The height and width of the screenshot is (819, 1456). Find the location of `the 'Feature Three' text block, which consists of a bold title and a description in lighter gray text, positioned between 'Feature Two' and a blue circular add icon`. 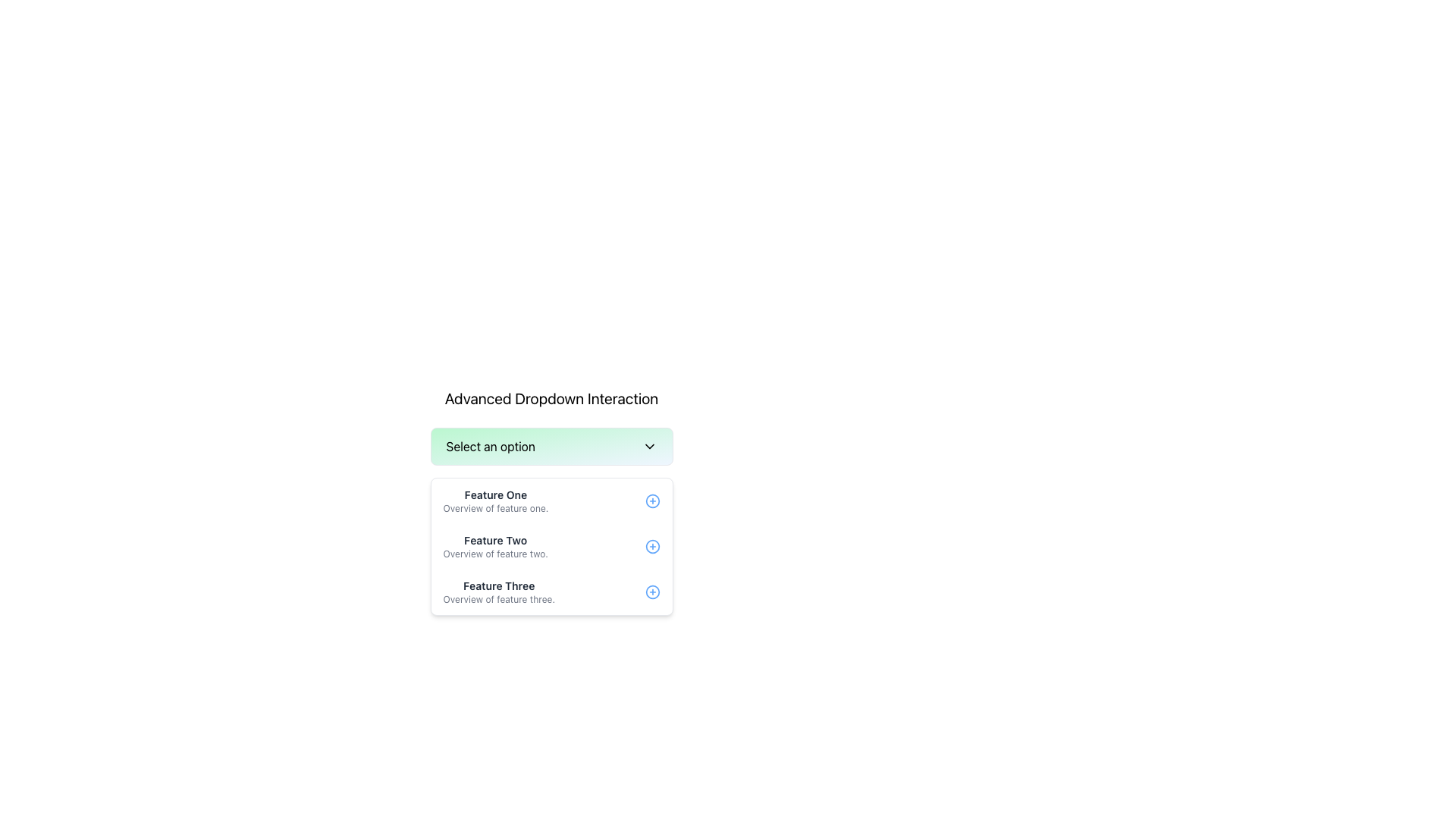

the 'Feature Three' text block, which consists of a bold title and a description in lighter gray text, positioned between 'Feature Two' and a blue circular add icon is located at coordinates (499, 591).